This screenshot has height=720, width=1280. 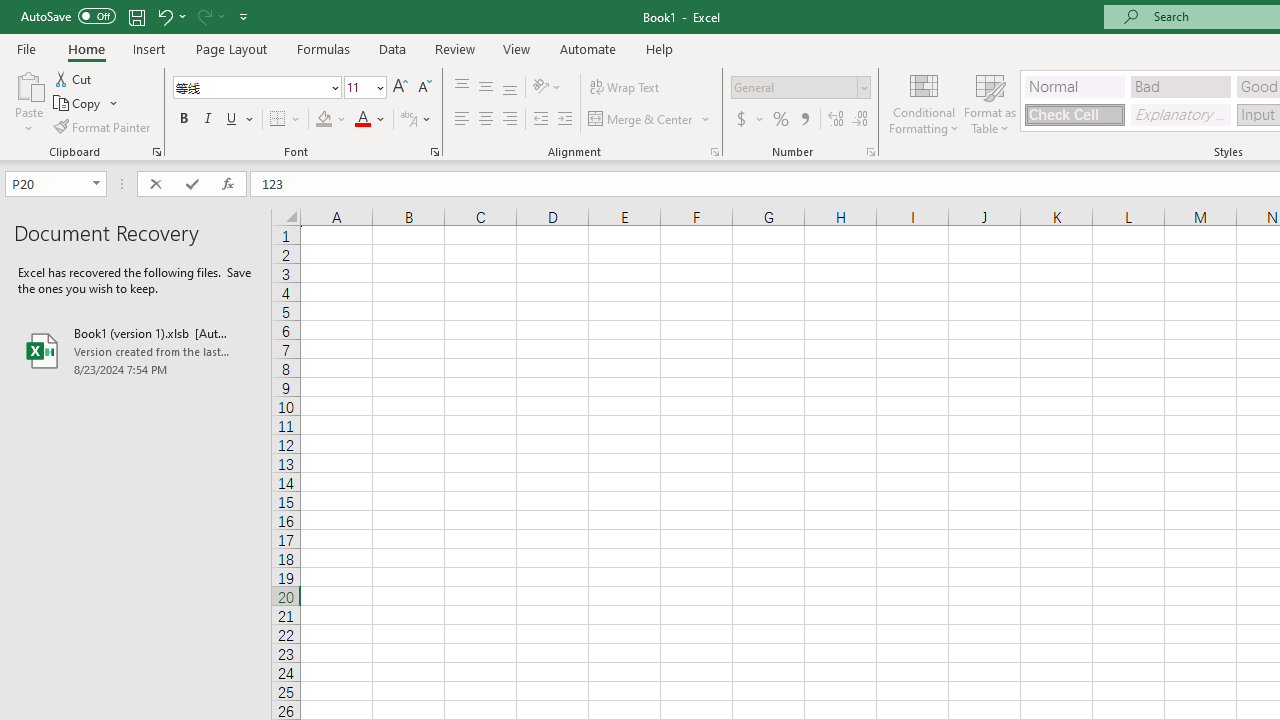 I want to click on 'Italic', so click(x=208, y=119).